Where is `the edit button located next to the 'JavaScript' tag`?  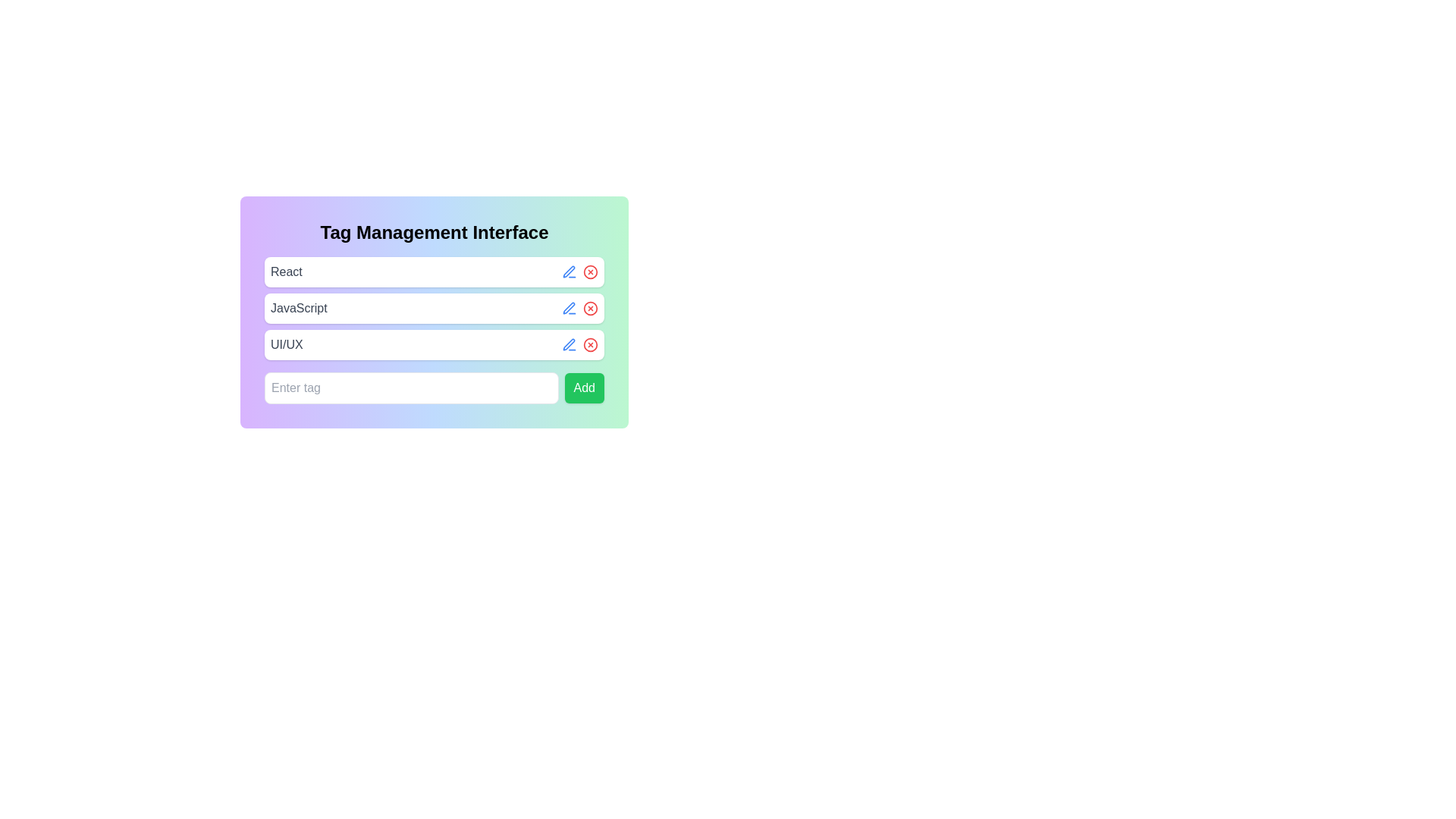
the edit button located next to the 'JavaScript' tag is located at coordinates (568, 308).